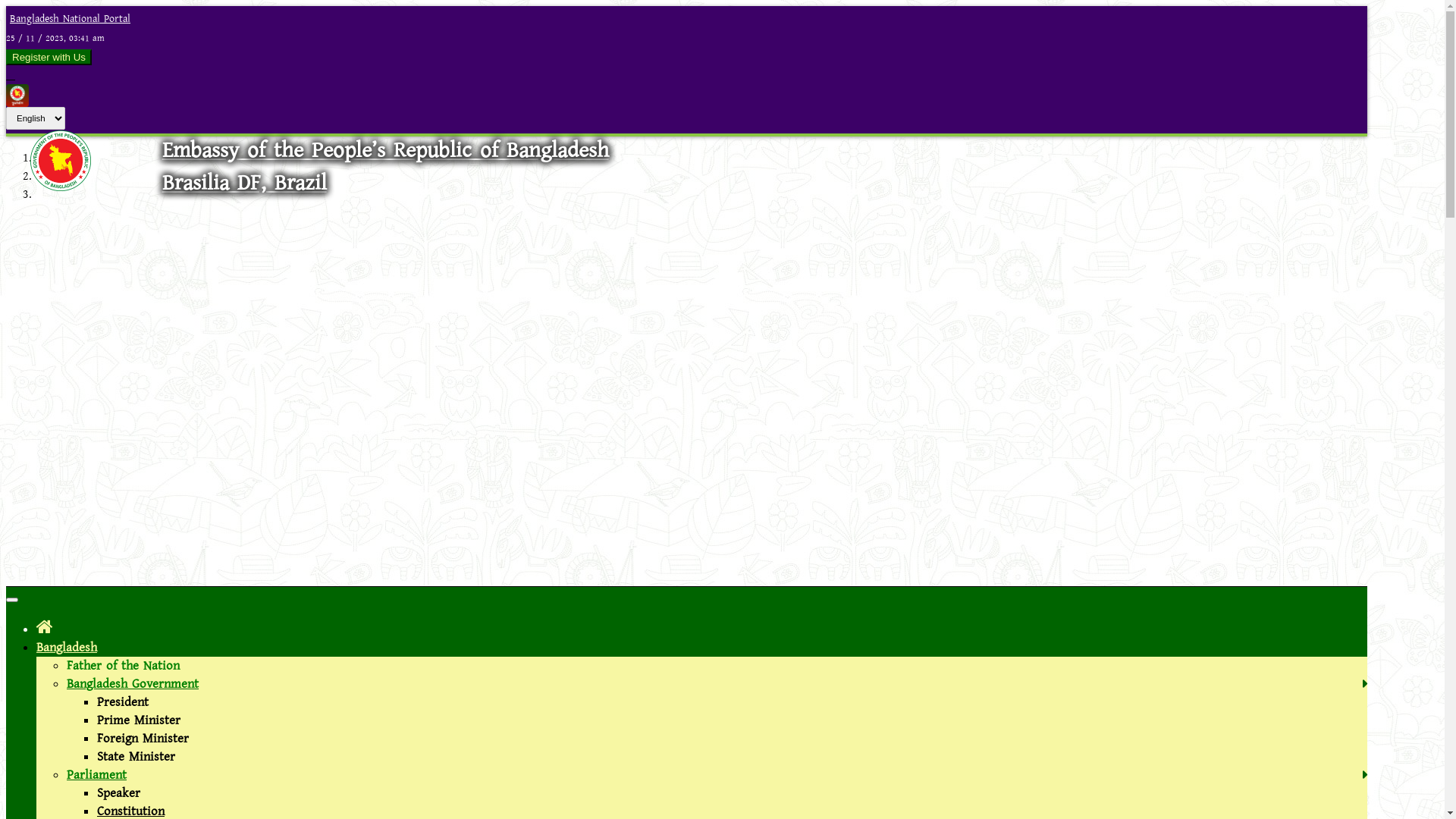  What do you see at coordinates (132, 684) in the screenshot?
I see `'Bangladesh Government'` at bounding box center [132, 684].